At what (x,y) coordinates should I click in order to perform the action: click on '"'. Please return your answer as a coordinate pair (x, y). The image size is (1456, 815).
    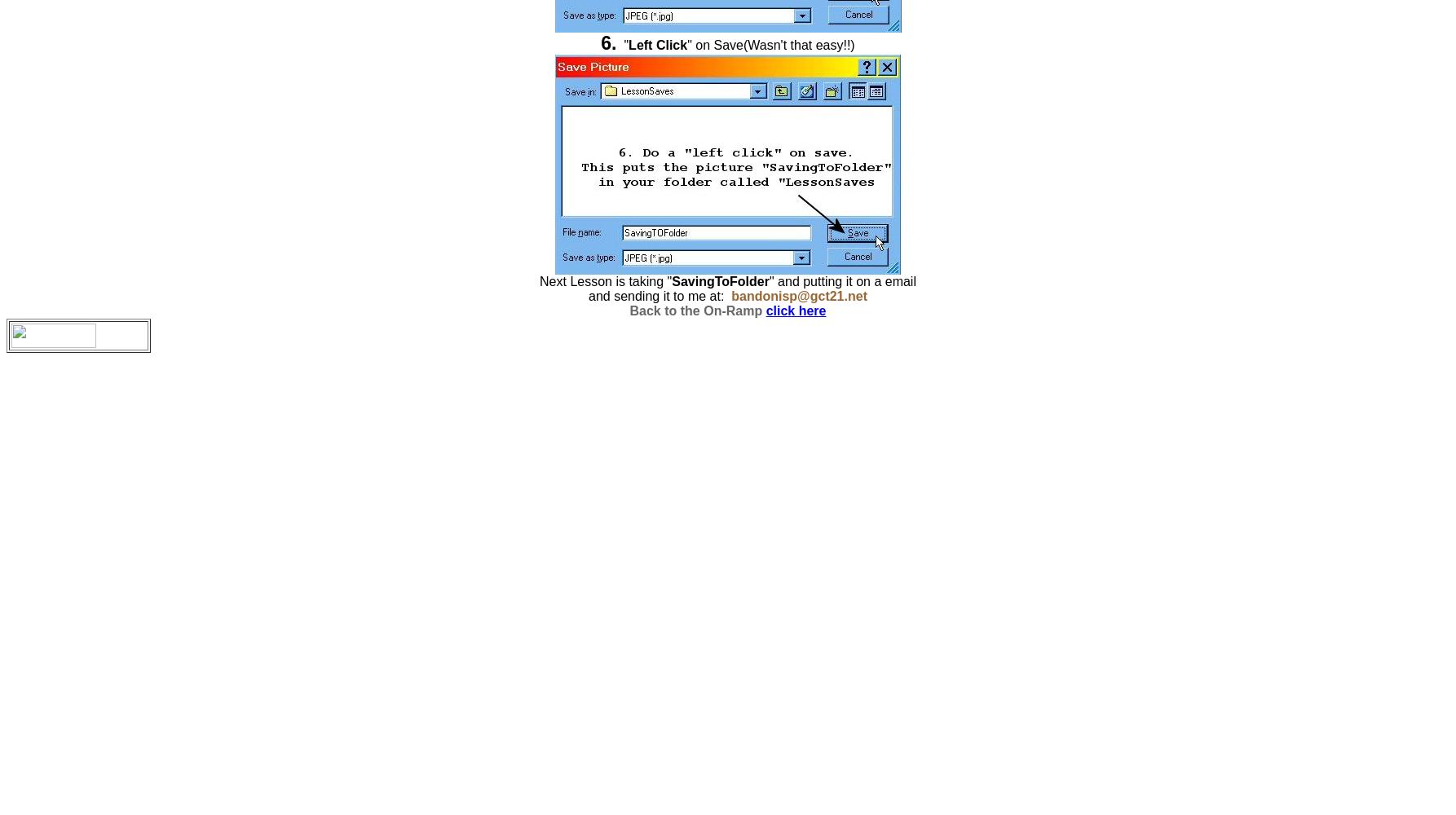
    Looking at the image, I should click on (621, 45).